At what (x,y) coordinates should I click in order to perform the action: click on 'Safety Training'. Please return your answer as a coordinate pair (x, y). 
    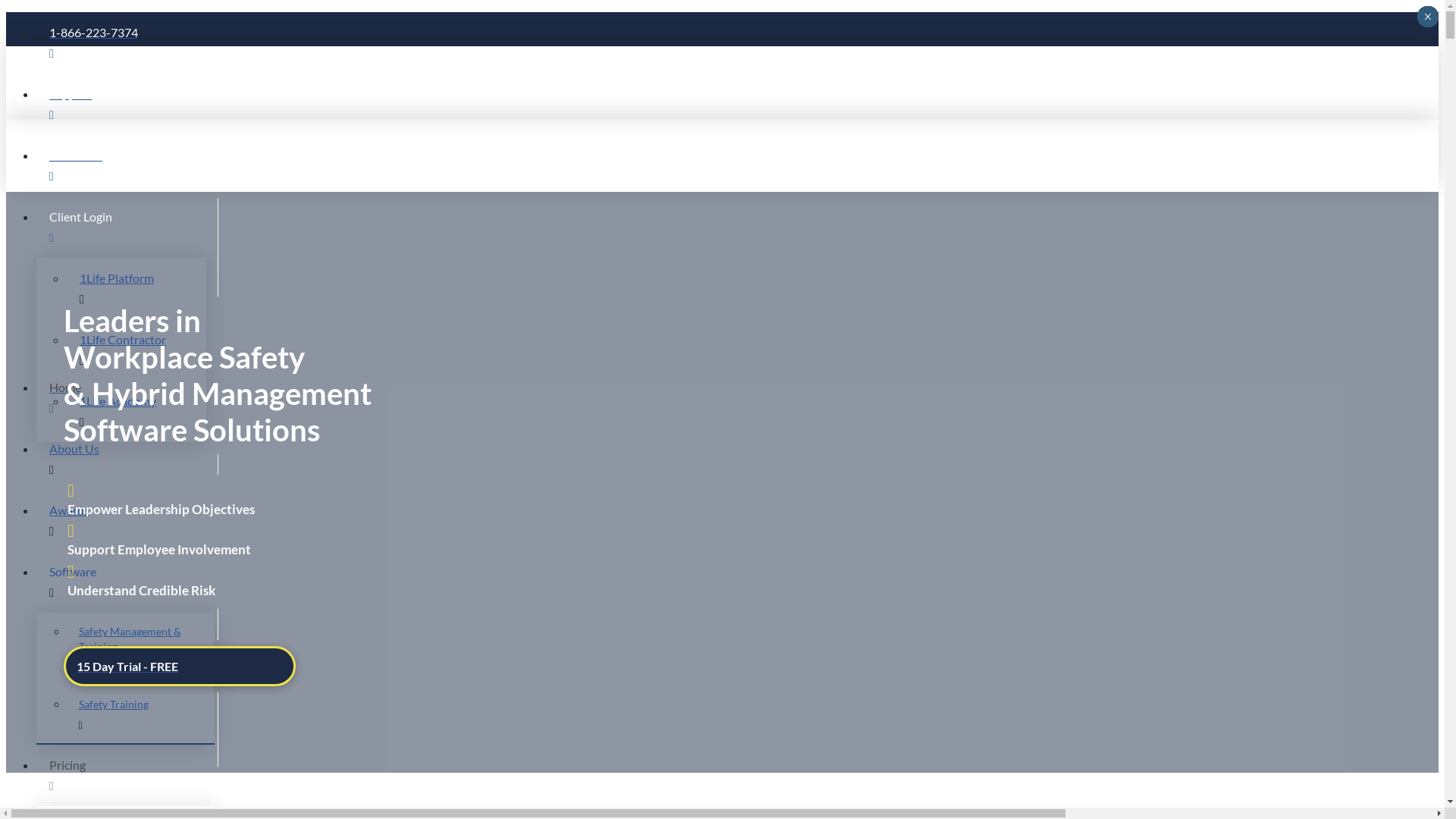
    Looking at the image, I should click on (140, 714).